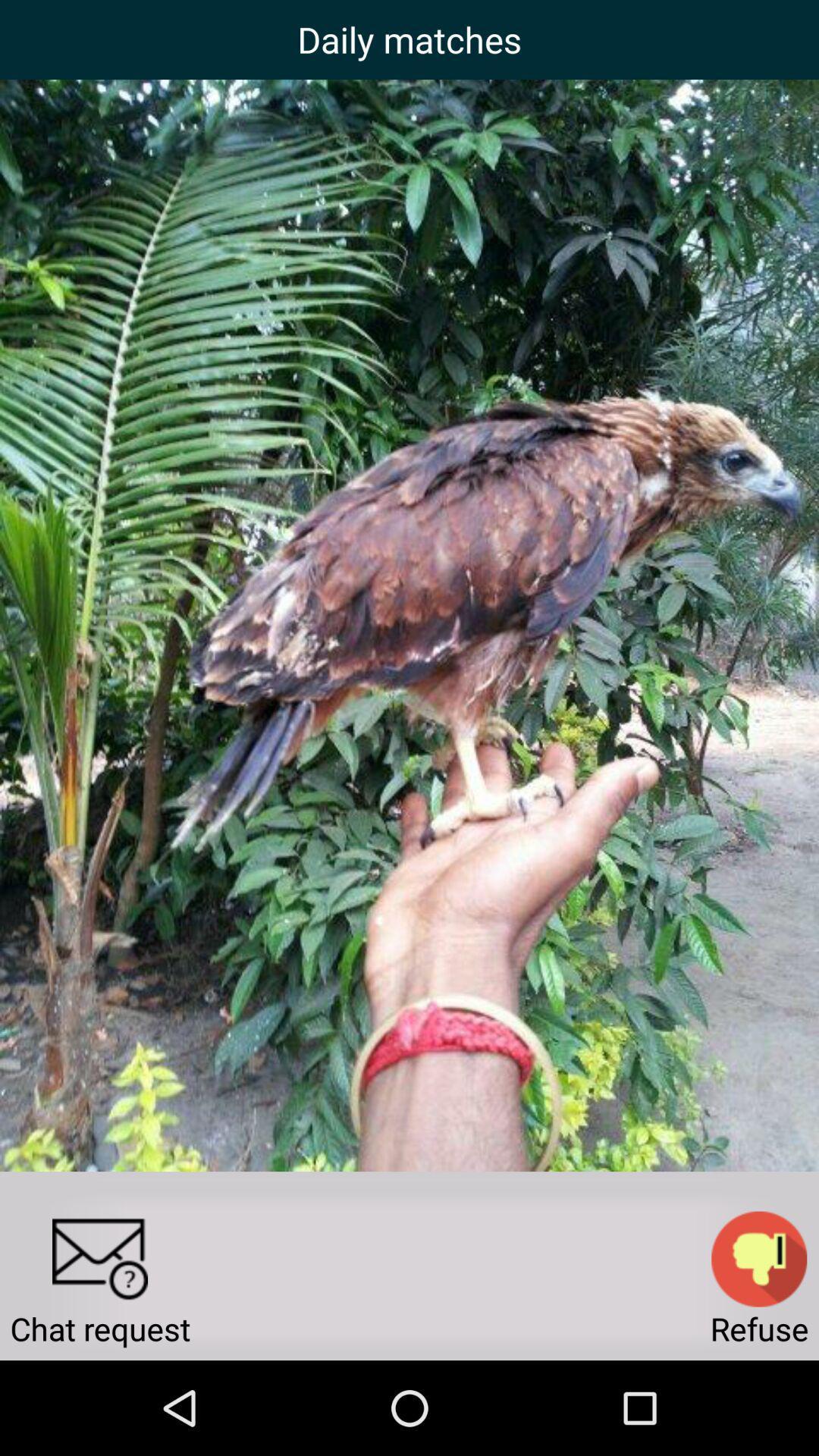 This screenshot has width=819, height=1456. I want to click on the icon to the left of the refuse app, so click(99, 1259).